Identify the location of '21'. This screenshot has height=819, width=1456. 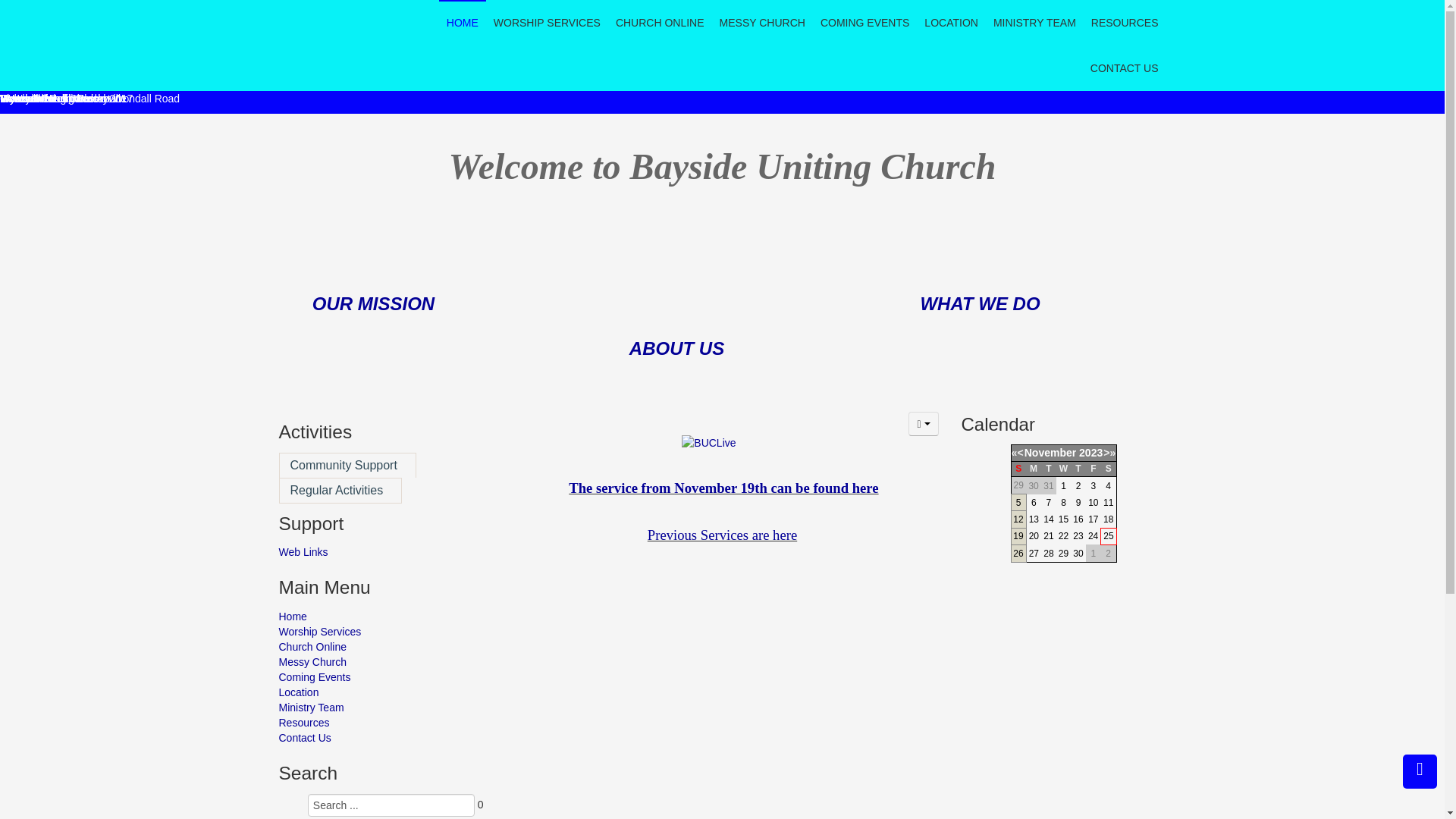
(1047, 535).